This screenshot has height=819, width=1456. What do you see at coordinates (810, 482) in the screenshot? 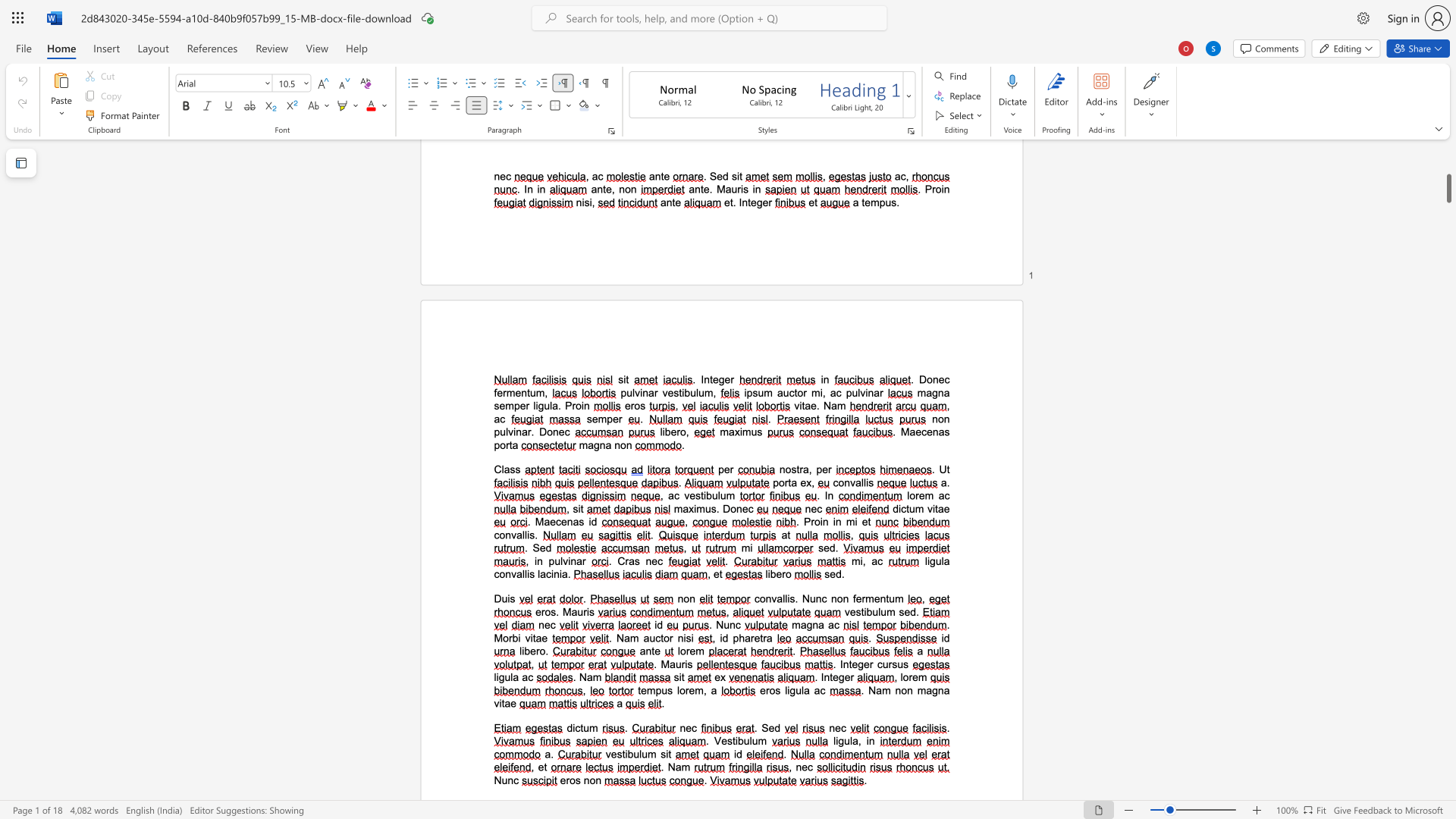
I see `the space between the continuous character "x" and "," in the text` at bounding box center [810, 482].